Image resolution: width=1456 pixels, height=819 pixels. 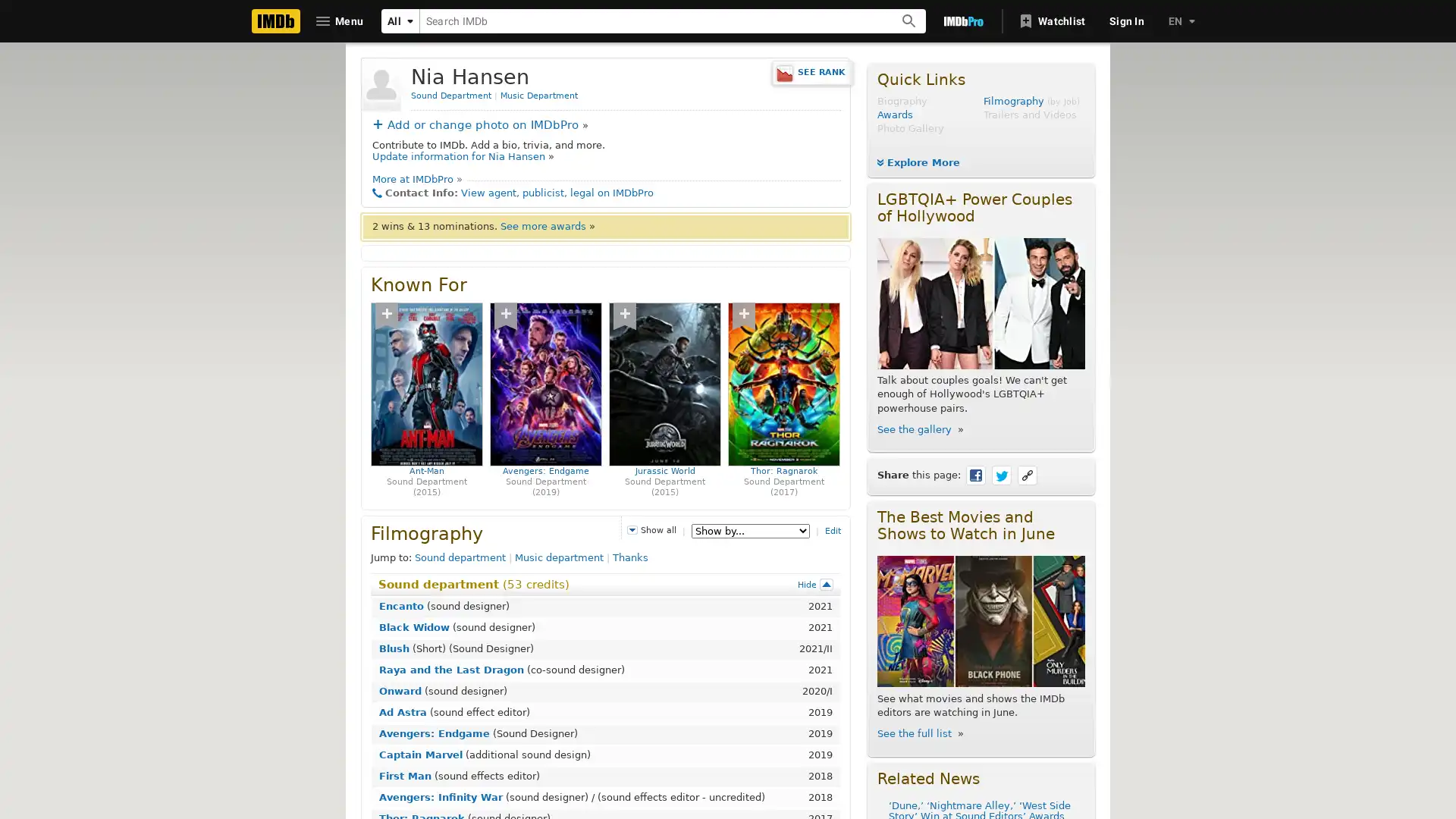 I want to click on Open Navigation Drawer, so click(x=340, y=20).